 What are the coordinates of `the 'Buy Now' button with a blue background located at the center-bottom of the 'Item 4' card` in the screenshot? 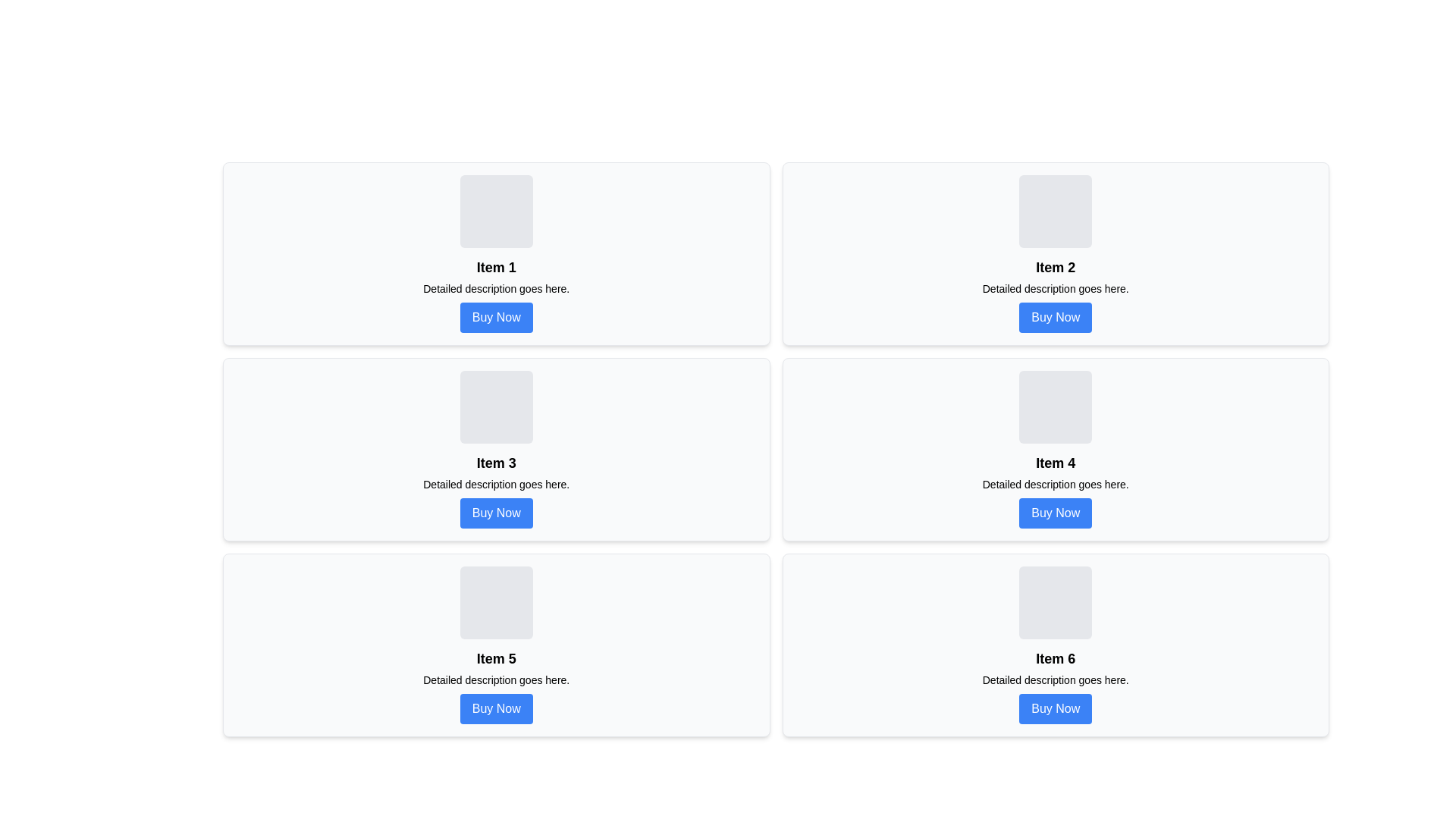 It's located at (1055, 513).